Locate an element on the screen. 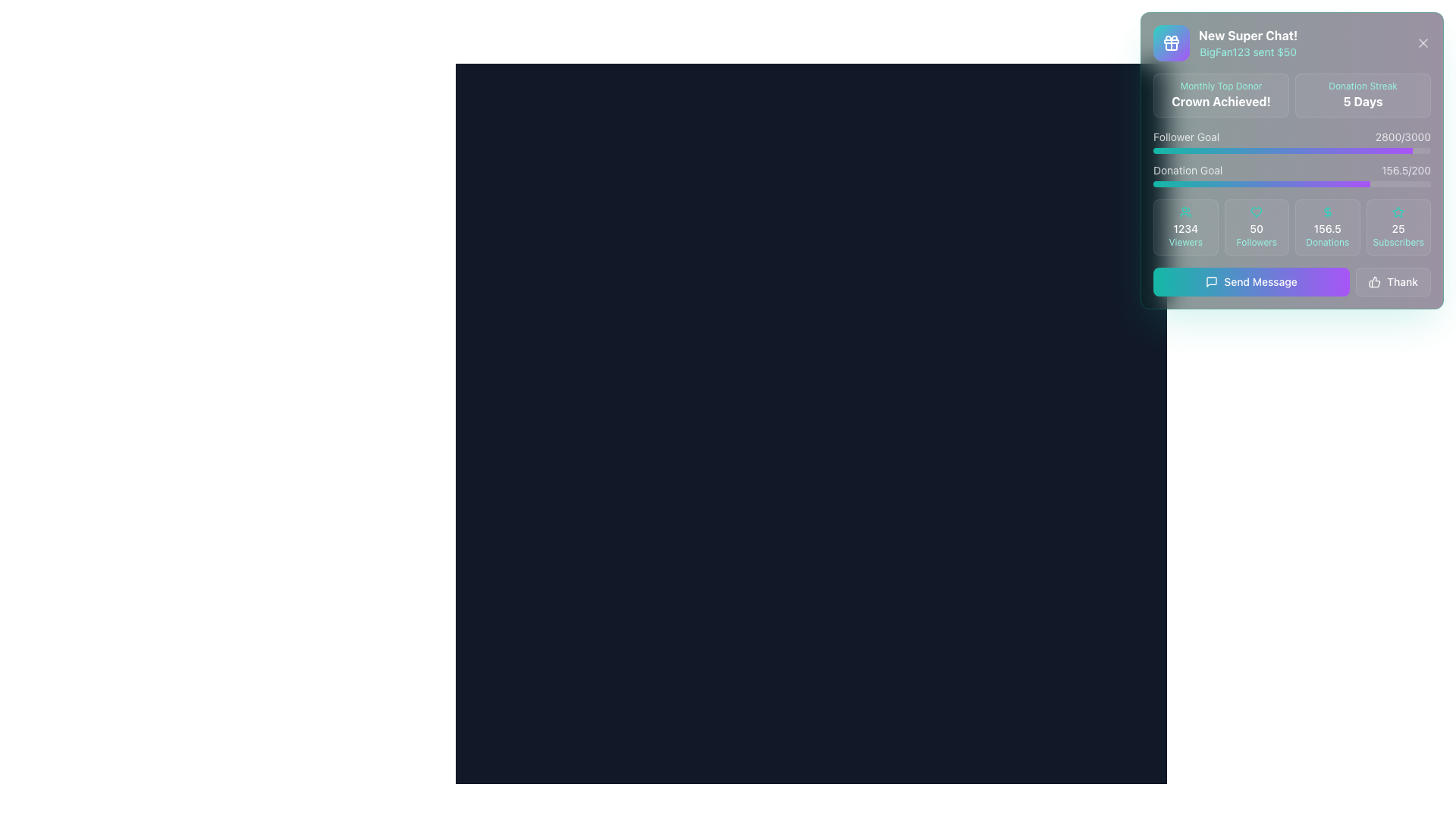 Image resolution: width=1456 pixels, height=819 pixels. the graphical icon component that represents a gift box within the upper left corner of the popup widget is located at coordinates (1171, 45).